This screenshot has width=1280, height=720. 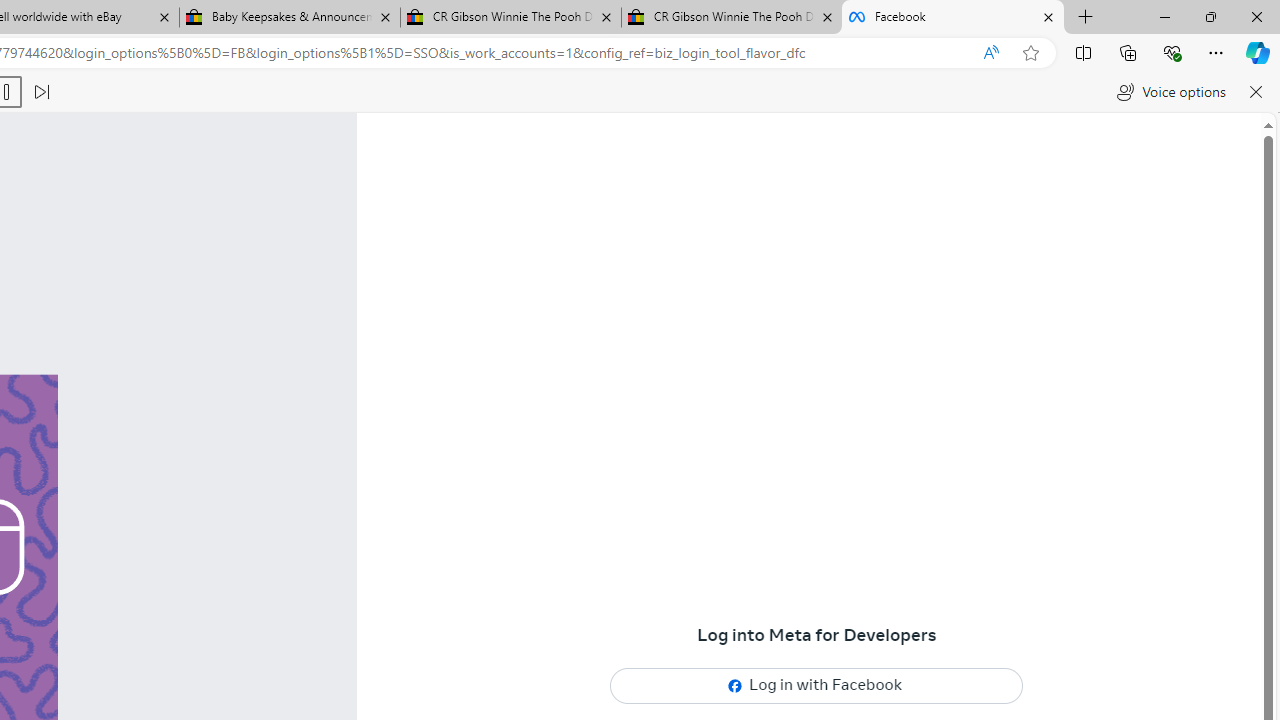 I want to click on 'Baby Keepsakes & Announcements for sale | eBay', so click(x=289, y=17).